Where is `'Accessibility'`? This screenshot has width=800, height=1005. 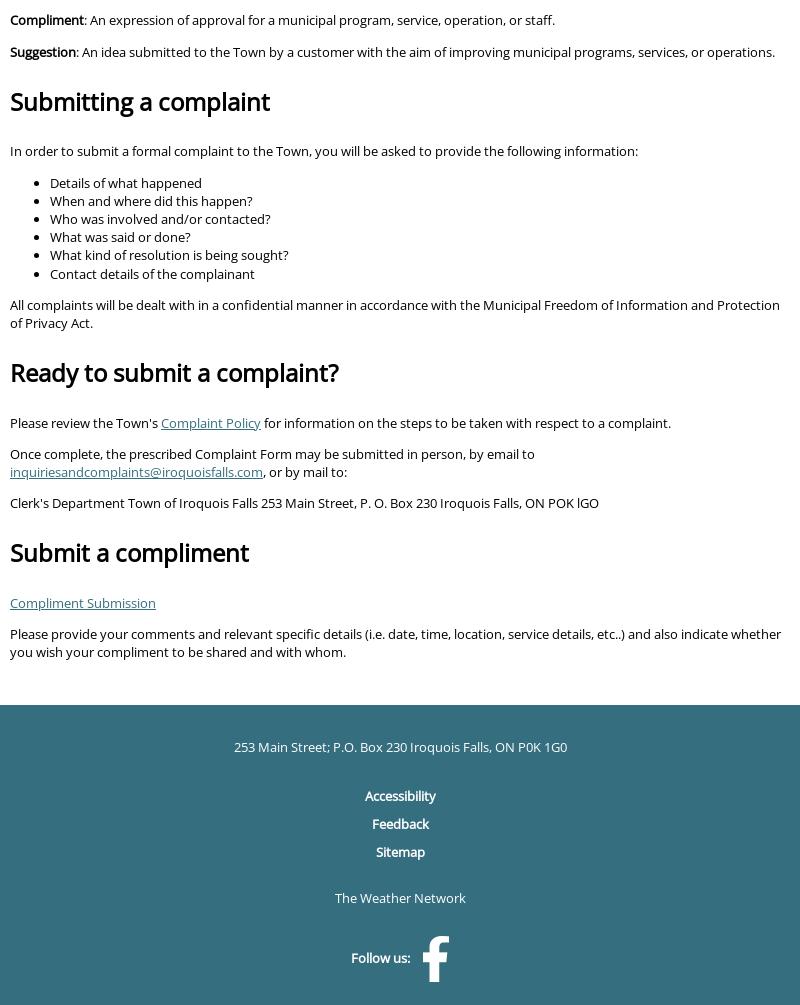 'Accessibility' is located at coordinates (398, 794).